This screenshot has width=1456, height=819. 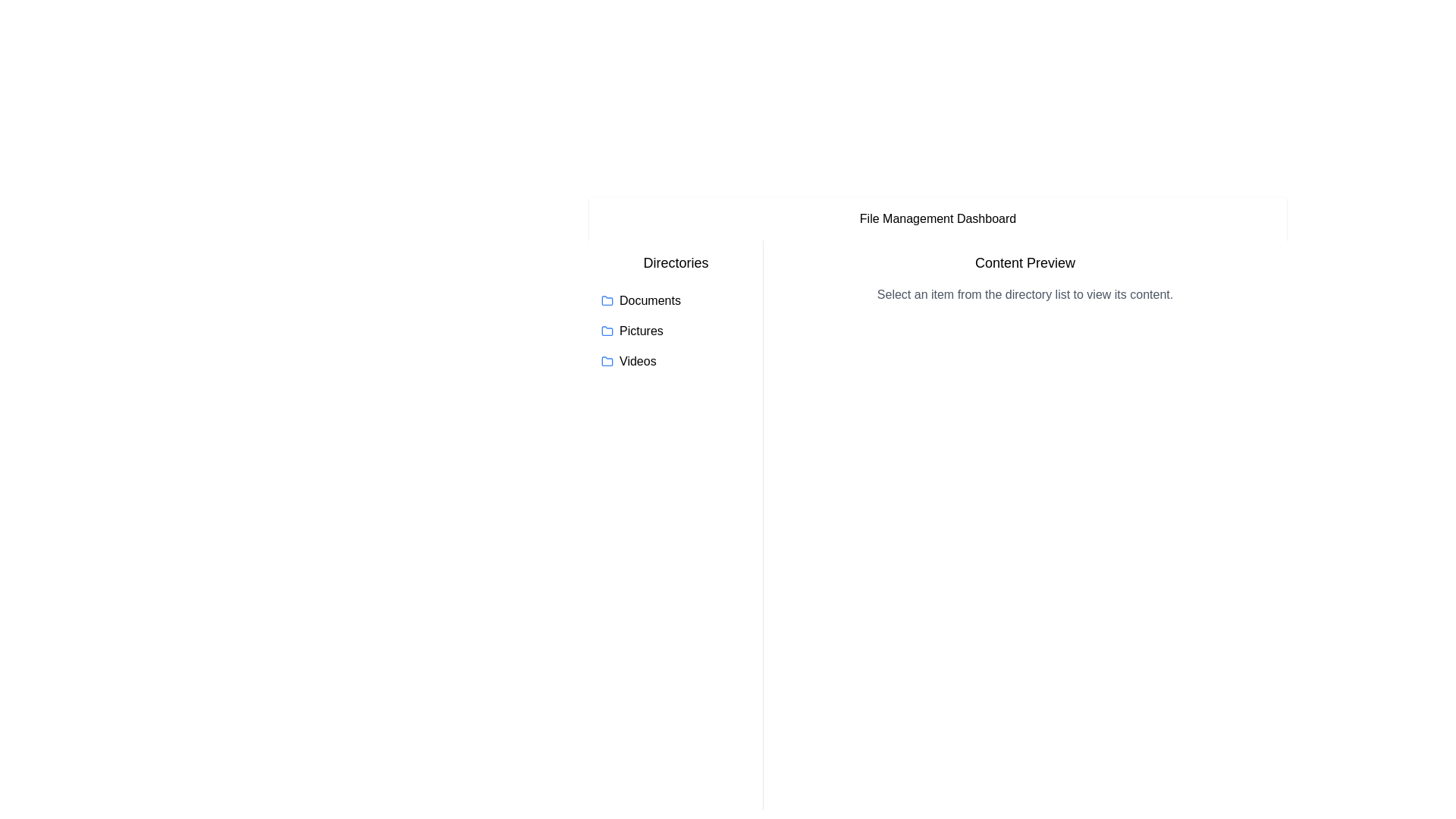 What do you see at coordinates (607, 362) in the screenshot?
I see `the folder icon representing the 'Videos' directory in the file management dashboard, which is located next to the text label 'Videos'` at bounding box center [607, 362].